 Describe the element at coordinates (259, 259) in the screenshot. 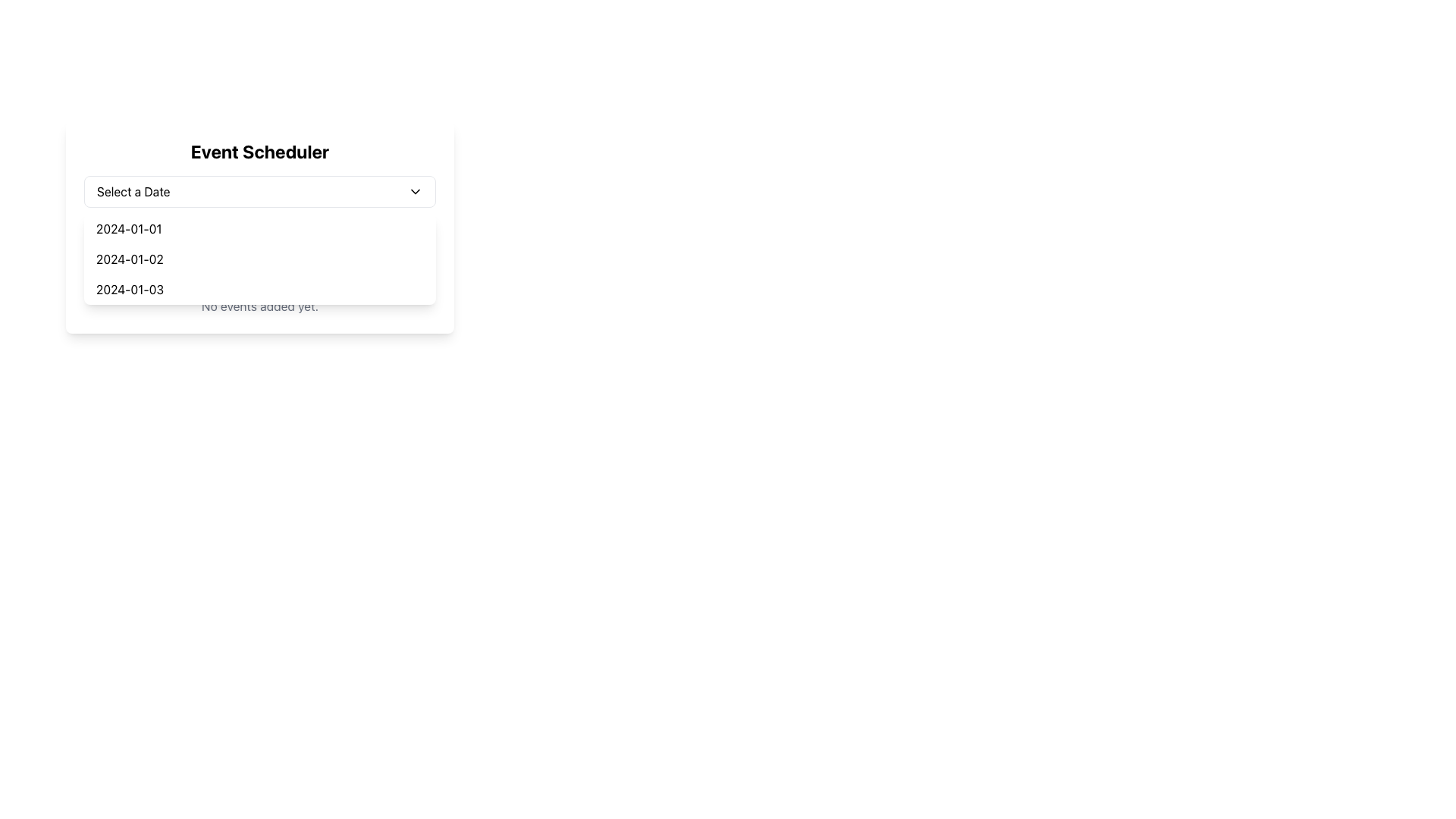

I see `to select the date from the interactive list item labeled '2024-01-02', which is the second entry in the dropdown menu under 'Event Scheduler'` at that location.